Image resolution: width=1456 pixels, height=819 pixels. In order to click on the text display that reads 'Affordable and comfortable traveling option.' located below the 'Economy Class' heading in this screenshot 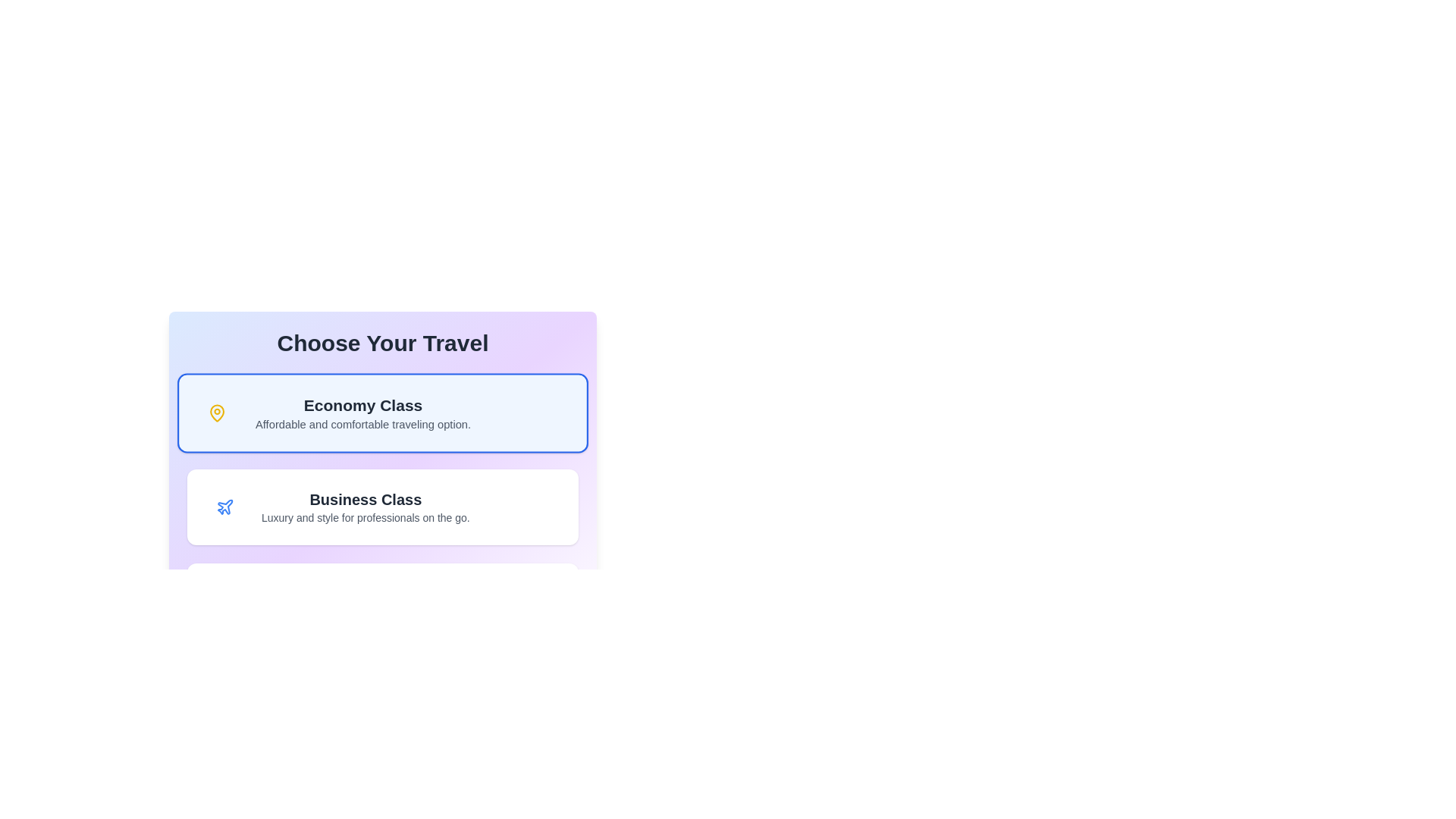, I will do `click(362, 424)`.